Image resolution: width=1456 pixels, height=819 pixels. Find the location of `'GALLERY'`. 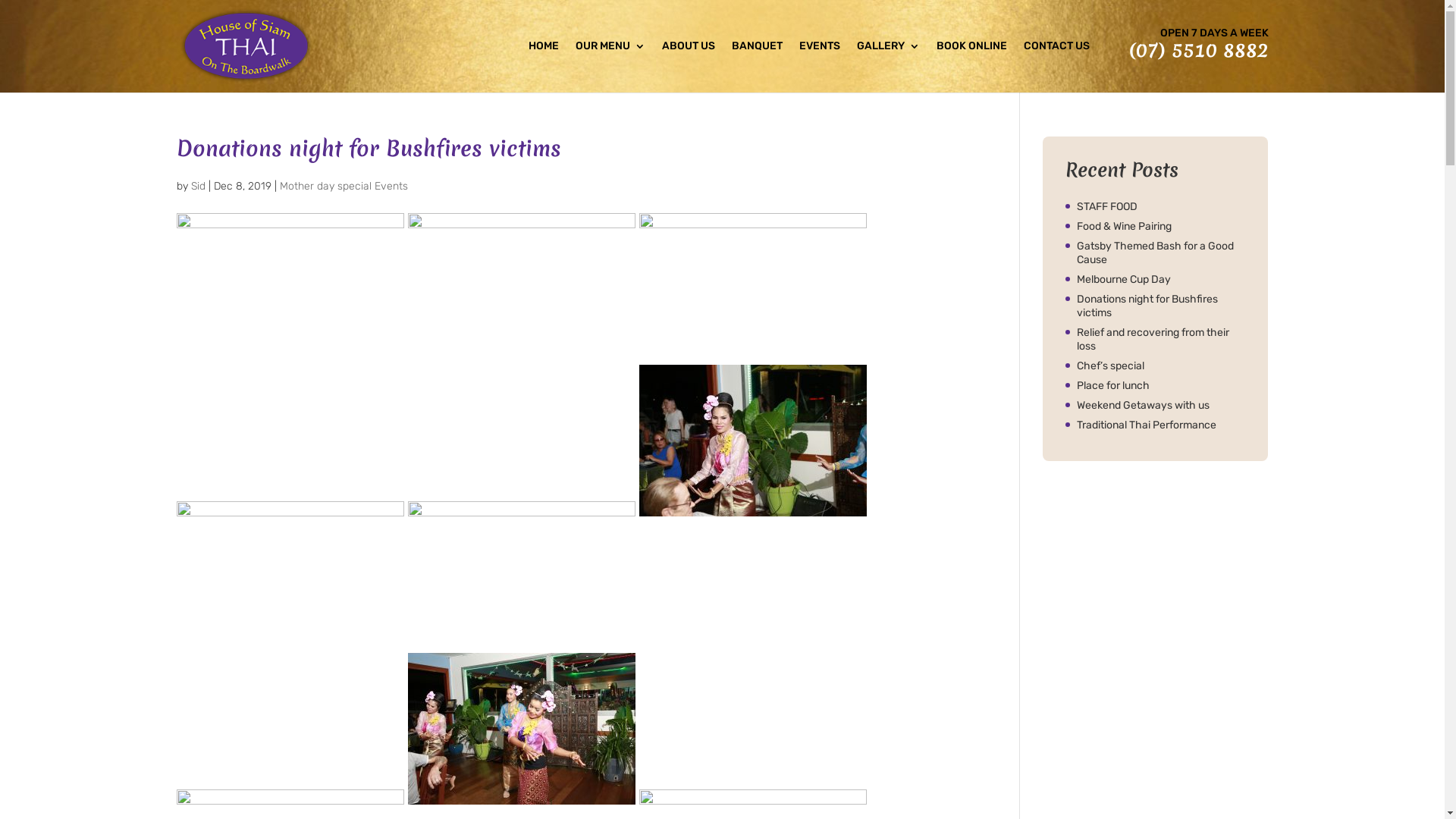

'GALLERY' is located at coordinates (888, 66).